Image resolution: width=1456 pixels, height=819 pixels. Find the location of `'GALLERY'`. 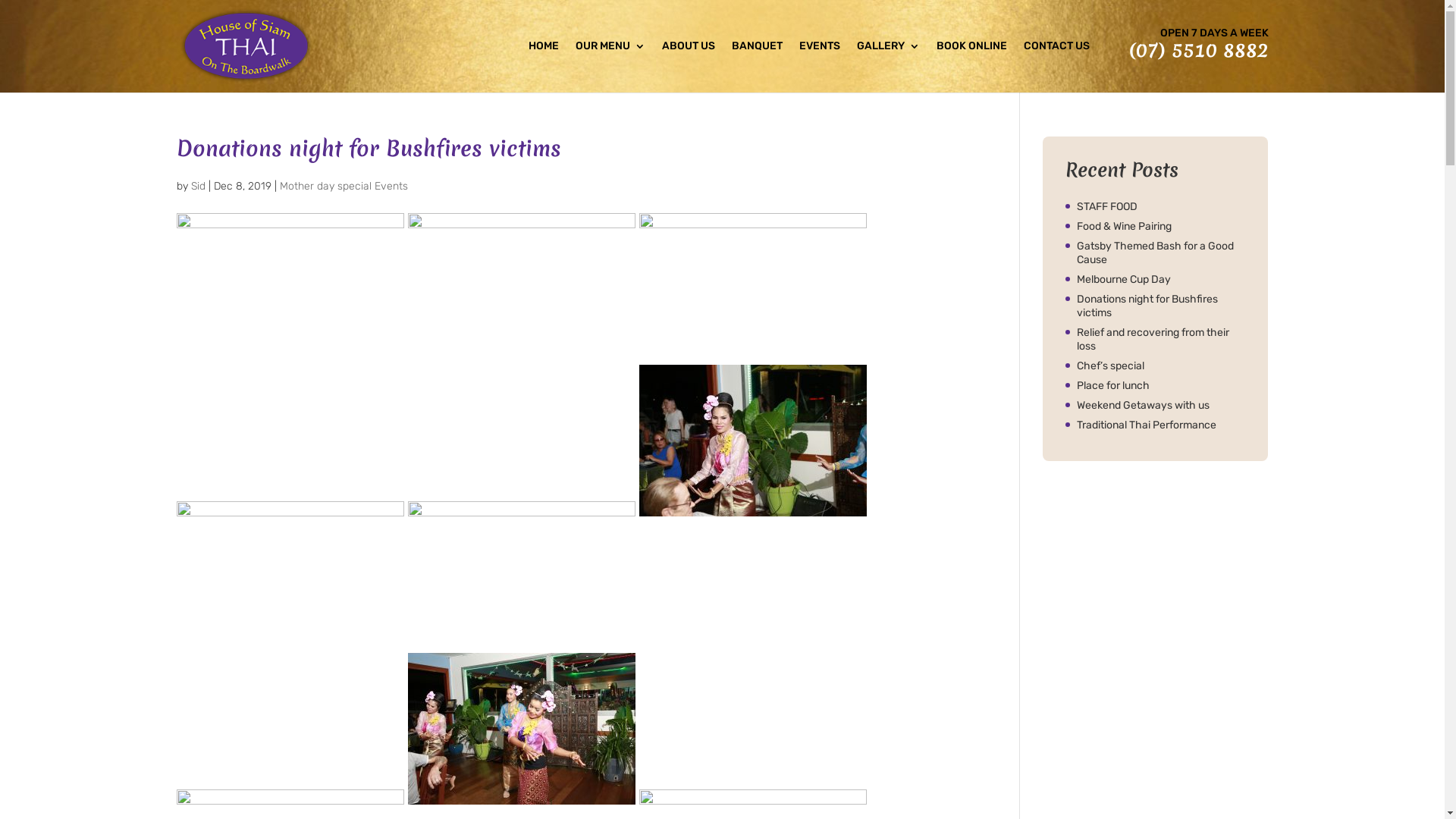

'GALLERY' is located at coordinates (888, 66).